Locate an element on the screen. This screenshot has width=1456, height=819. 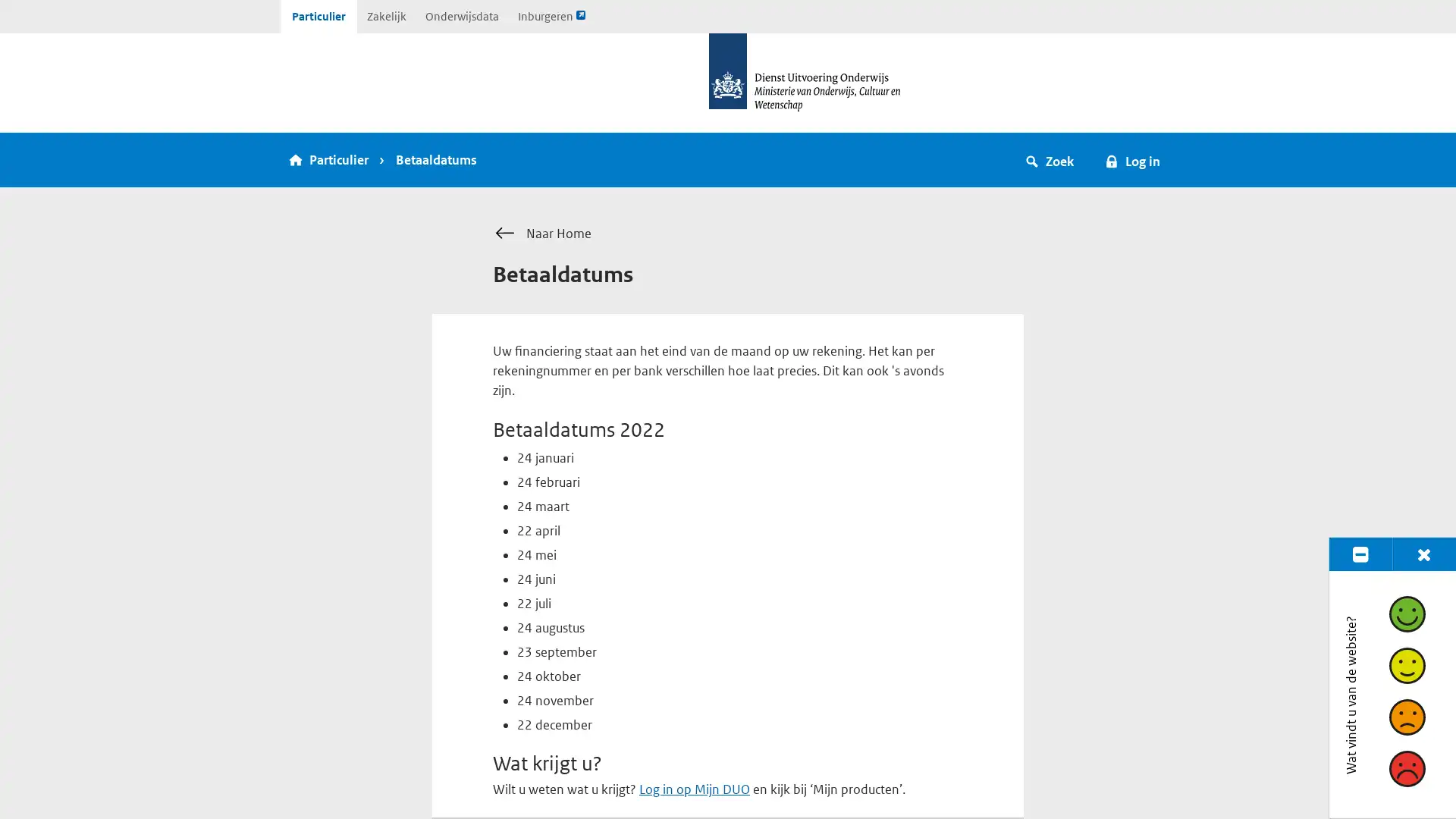
Goed is located at coordinates (1405, 613).